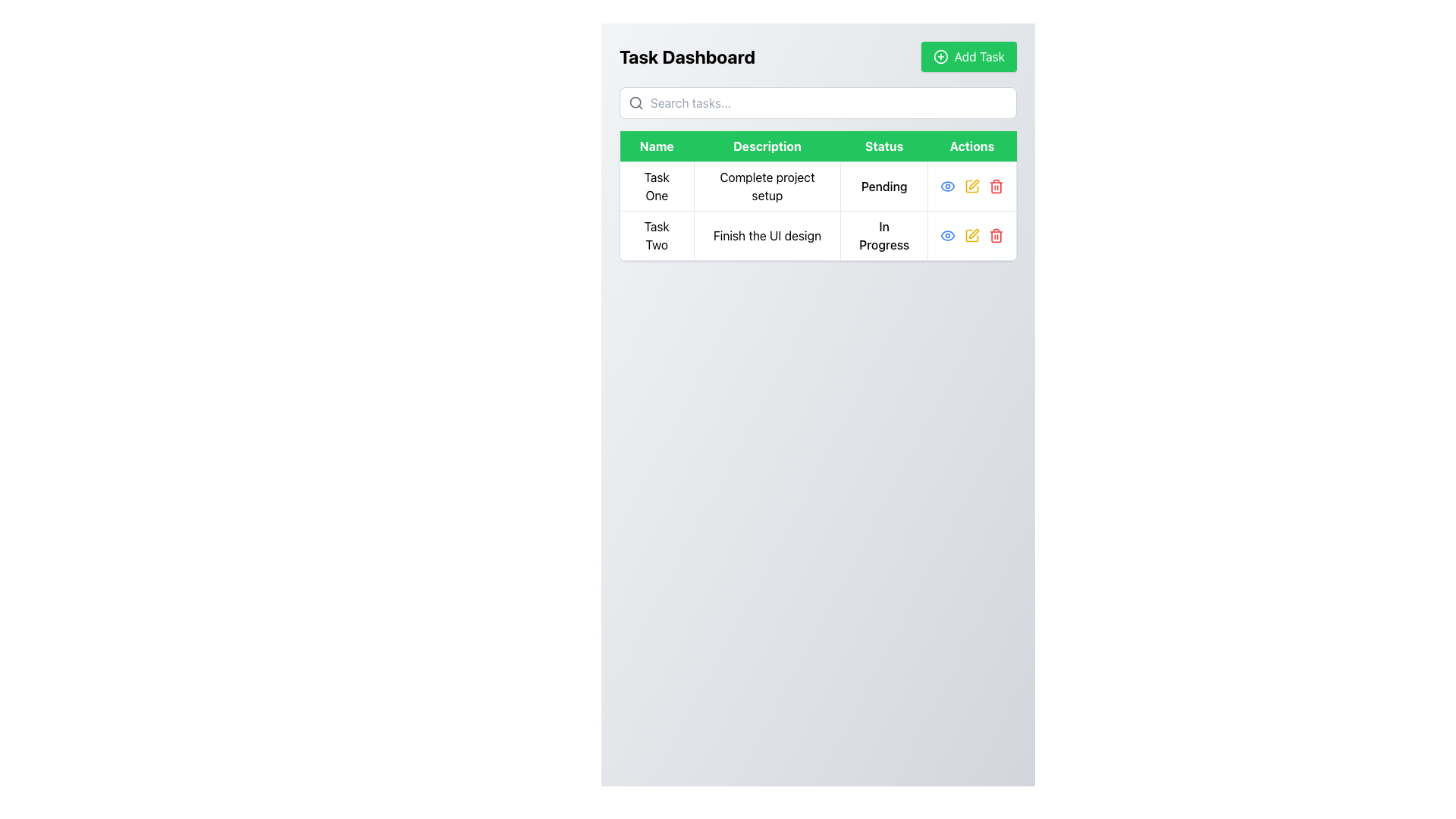  What do you see at coordinates (971, 186) in the screenshot?
I see `the 'Edit' icon located in the first task row under the 'Actions' column of the table` at bounding box center [971, 186].